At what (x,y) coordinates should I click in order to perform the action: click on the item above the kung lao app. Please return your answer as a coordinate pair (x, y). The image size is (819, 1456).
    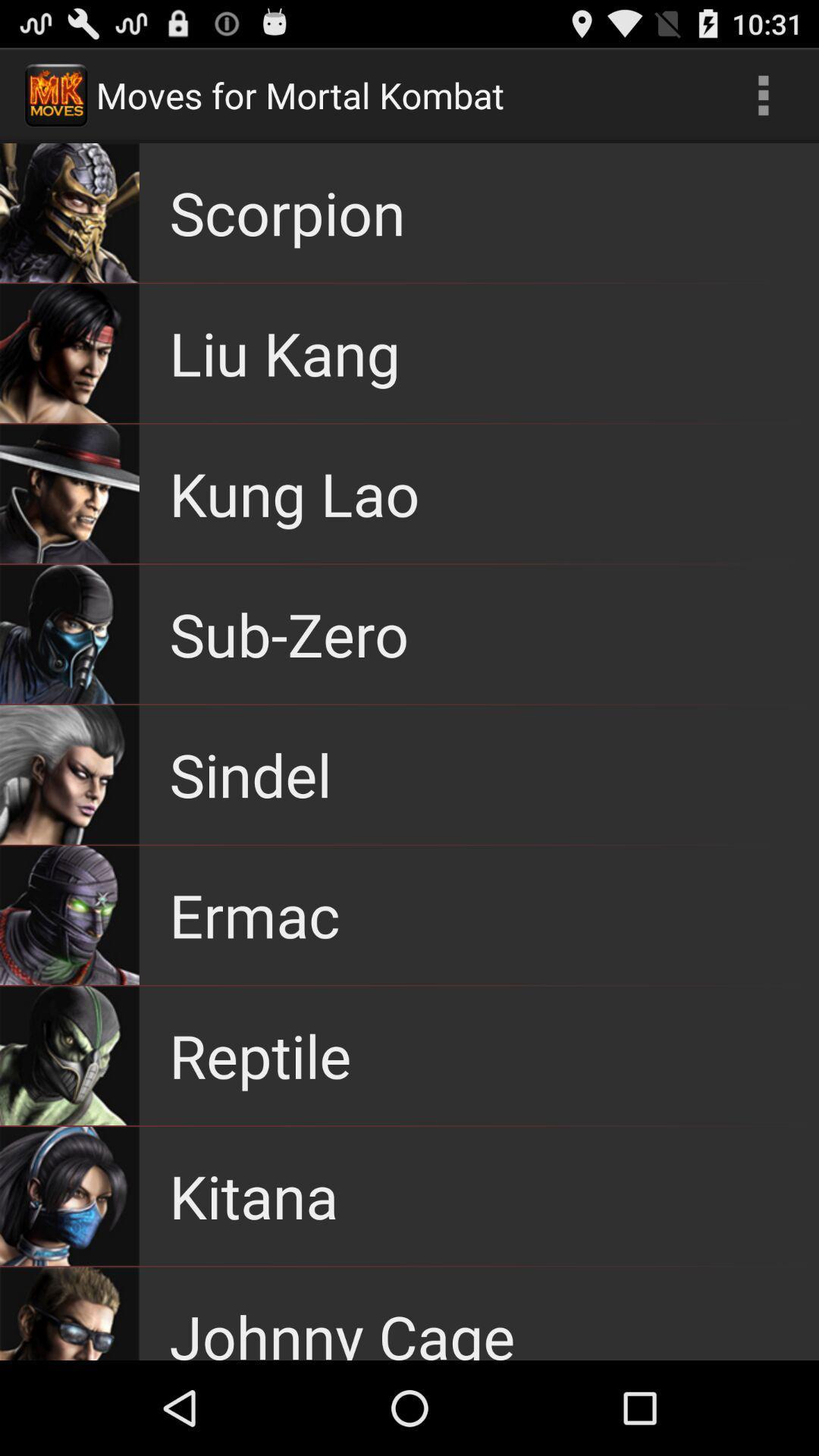
    Looking at the image, I should click on (284, 352).